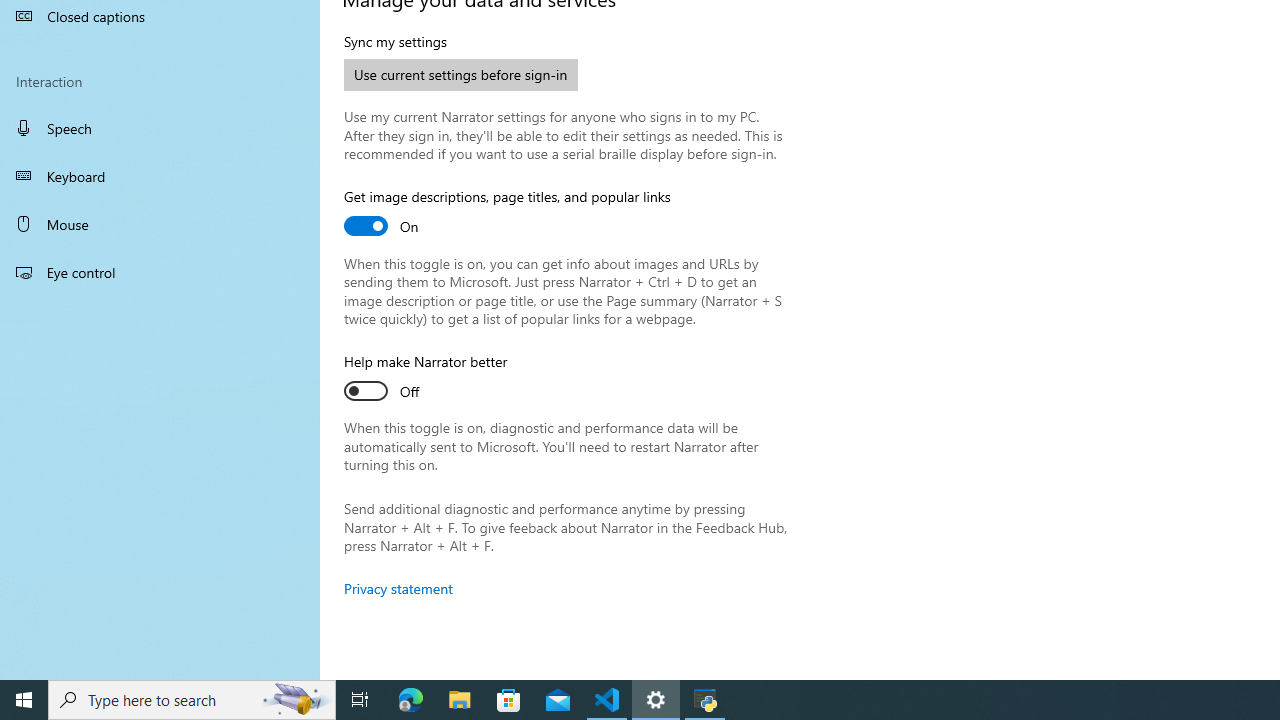 This screenshot has height=720, width=1280. Describe the element at coordinates (459, 698) in the screenshot. I see `'File Explorer'` at that location.